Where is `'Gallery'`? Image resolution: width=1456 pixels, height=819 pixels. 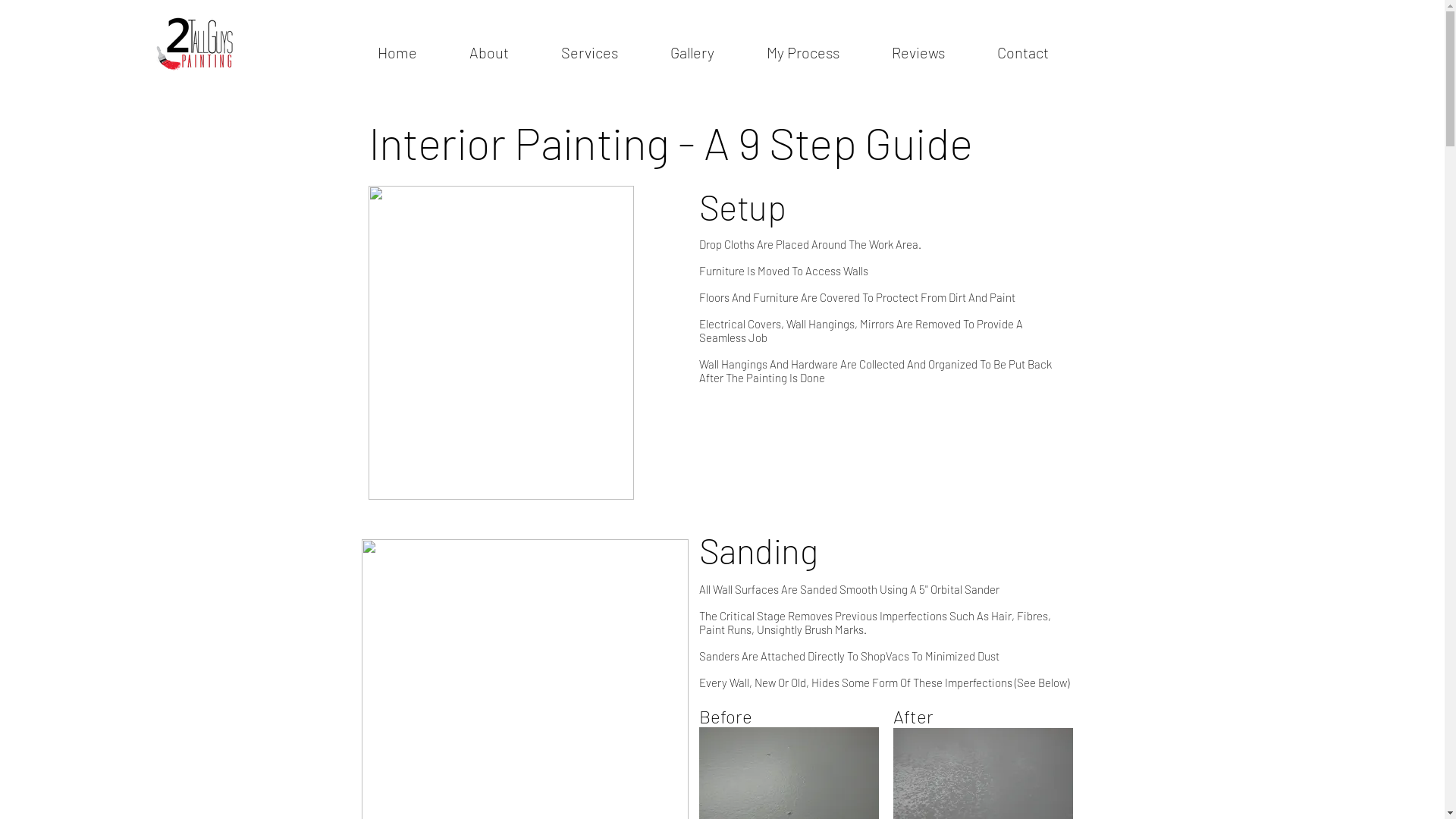
'Gallery' is located at coordinates (692, 52).